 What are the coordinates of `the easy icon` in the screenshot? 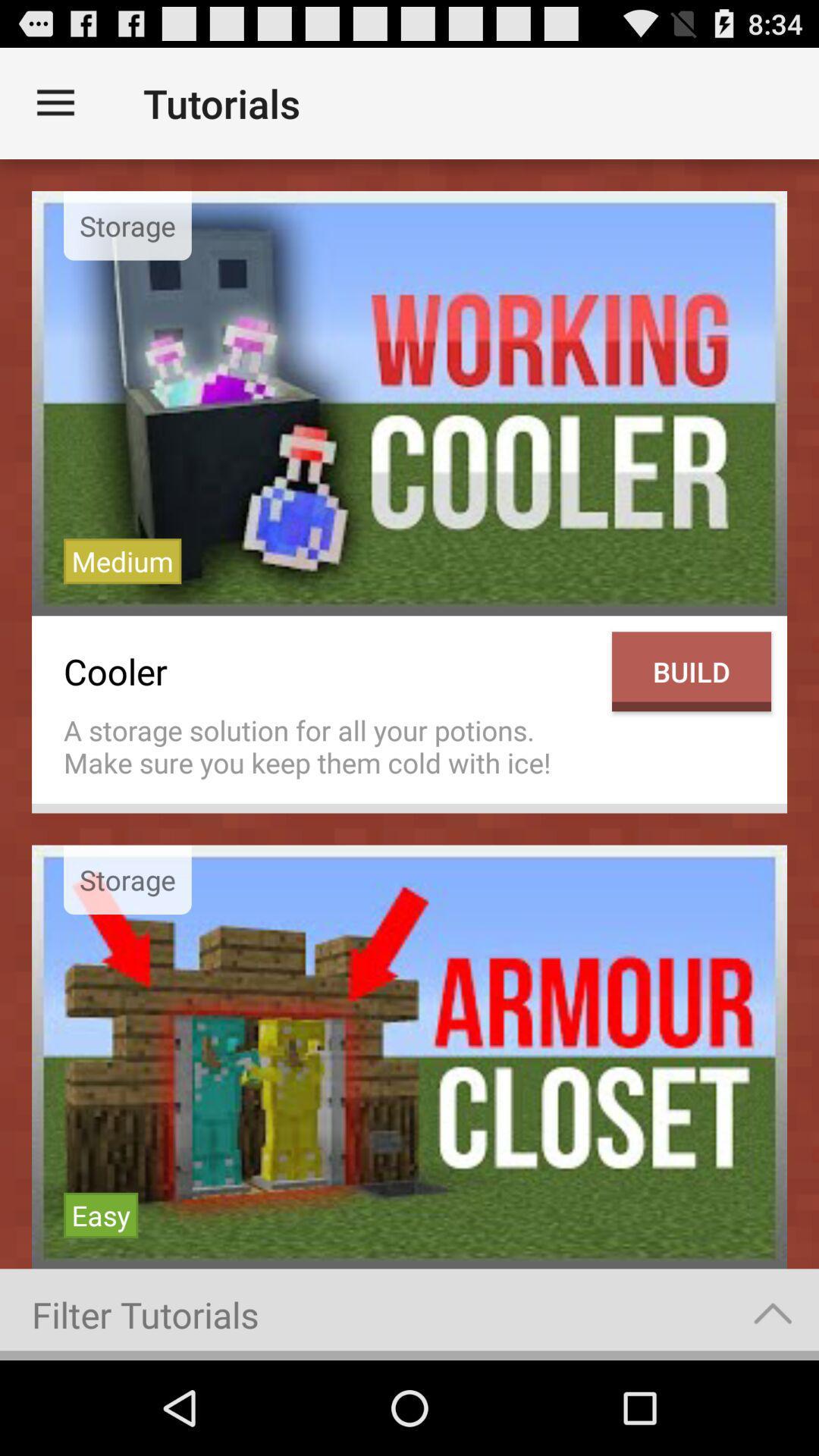 It's located at (101, 1215).